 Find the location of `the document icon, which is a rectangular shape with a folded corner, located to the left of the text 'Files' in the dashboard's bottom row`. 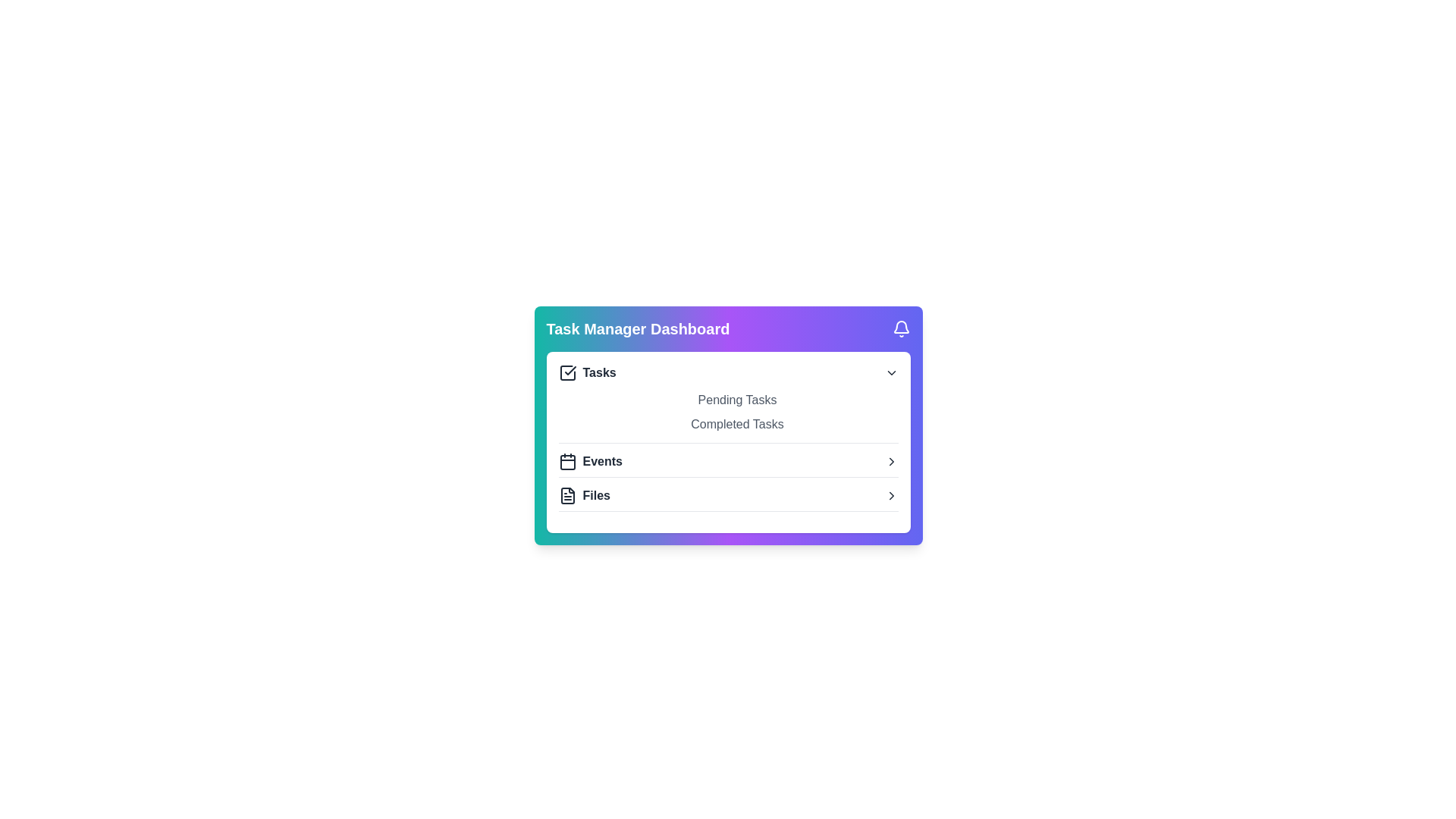

the document icon, which is a rectangular shape with a folded corner, located to the left of the text 'Files' in the dashboard's bottom row is located at coordinates (566, 496).